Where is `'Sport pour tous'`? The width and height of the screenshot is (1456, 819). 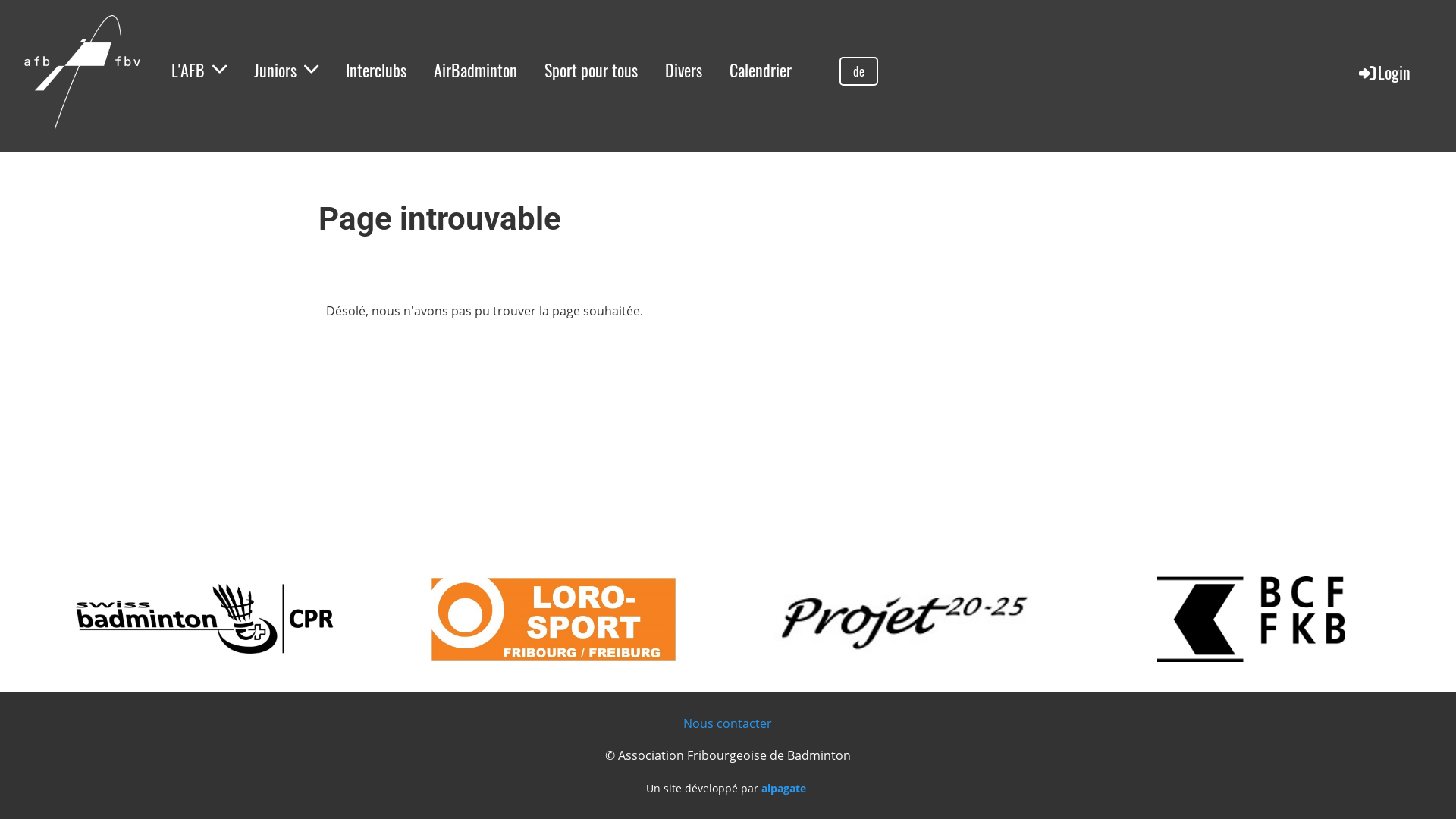 'Sport pour tous' is located at coordinates (590, 70).